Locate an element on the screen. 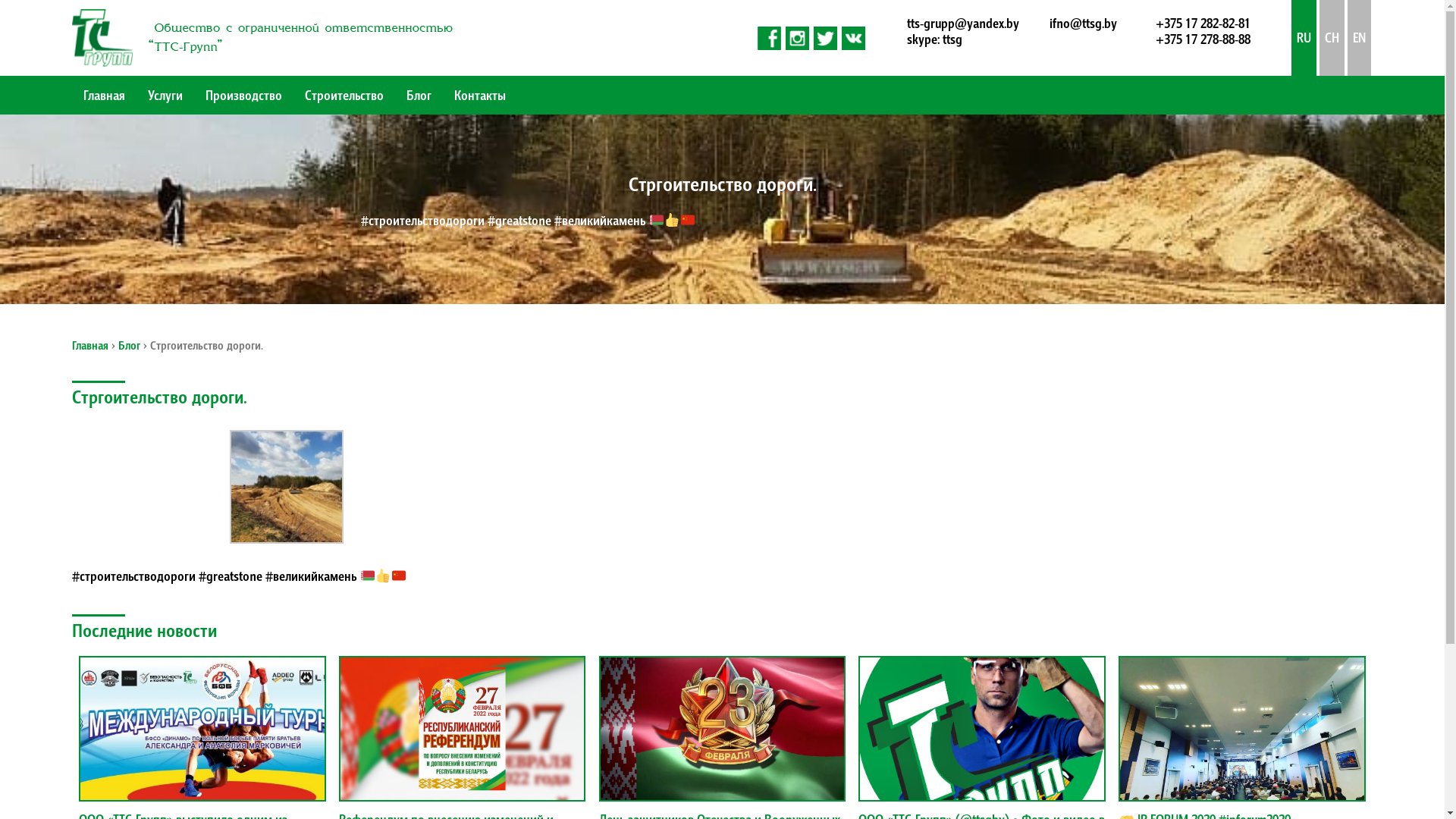 This screenshot has width=1456, height=819. 'EN' is located at coordinates (1359, 37).